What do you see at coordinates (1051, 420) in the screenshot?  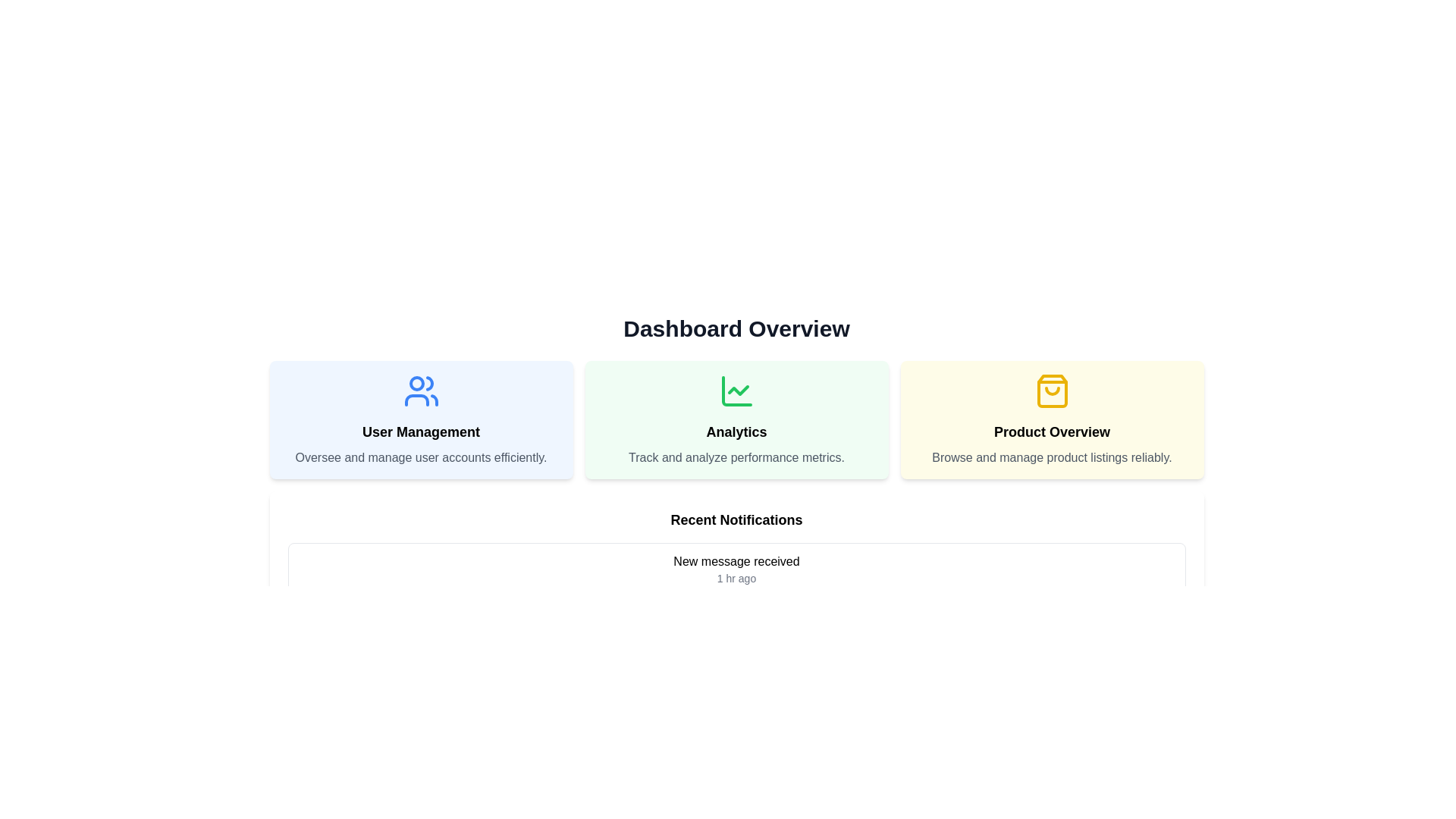 I see `the Informational card with a yellow background and a shopping bag icon, labeled 'Product Overview', positioned in the rightmost column` at bounding box center [1051, 420].